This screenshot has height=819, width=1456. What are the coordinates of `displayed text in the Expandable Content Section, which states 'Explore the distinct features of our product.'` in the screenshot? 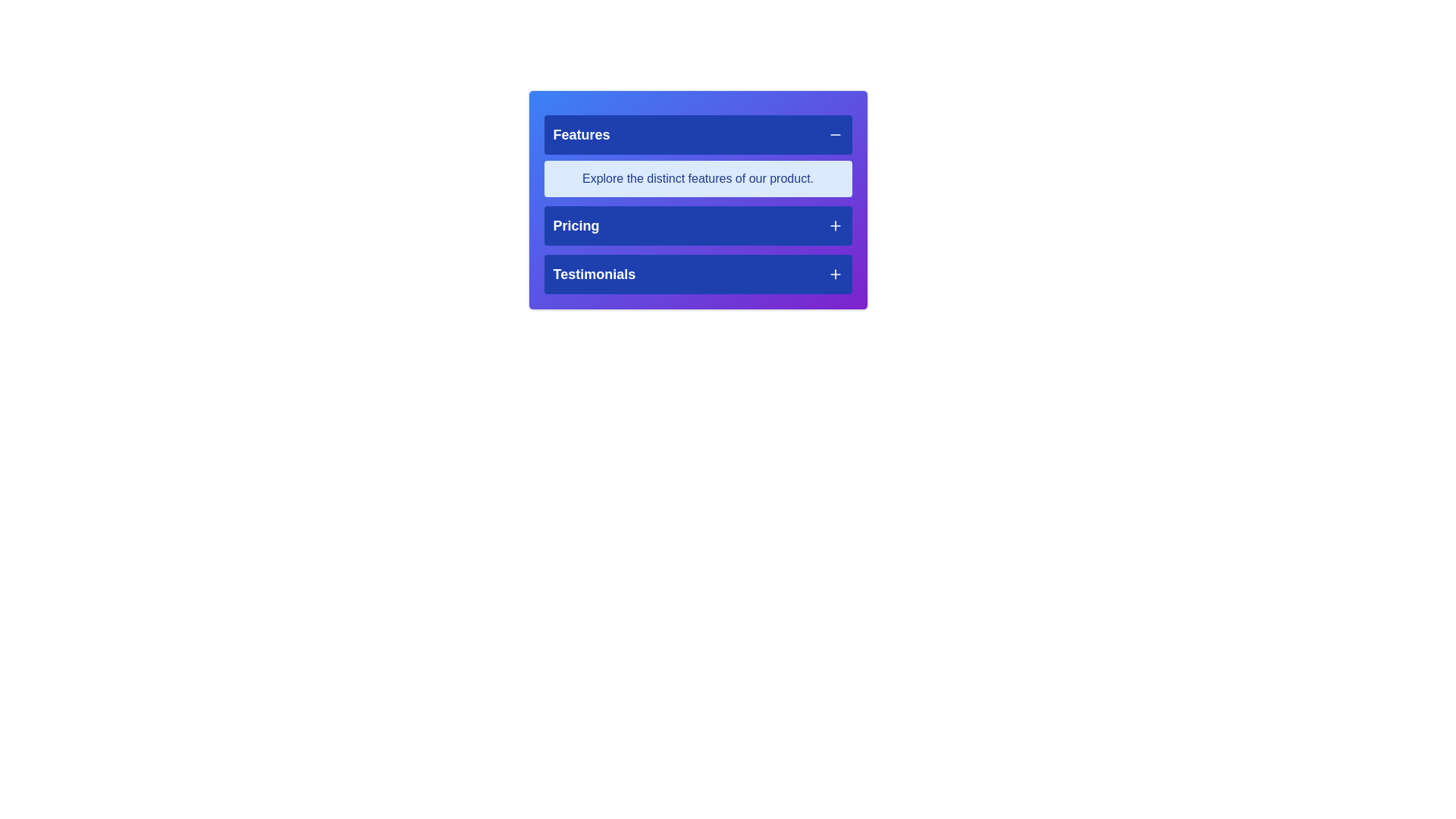 It's located at (697, 155).